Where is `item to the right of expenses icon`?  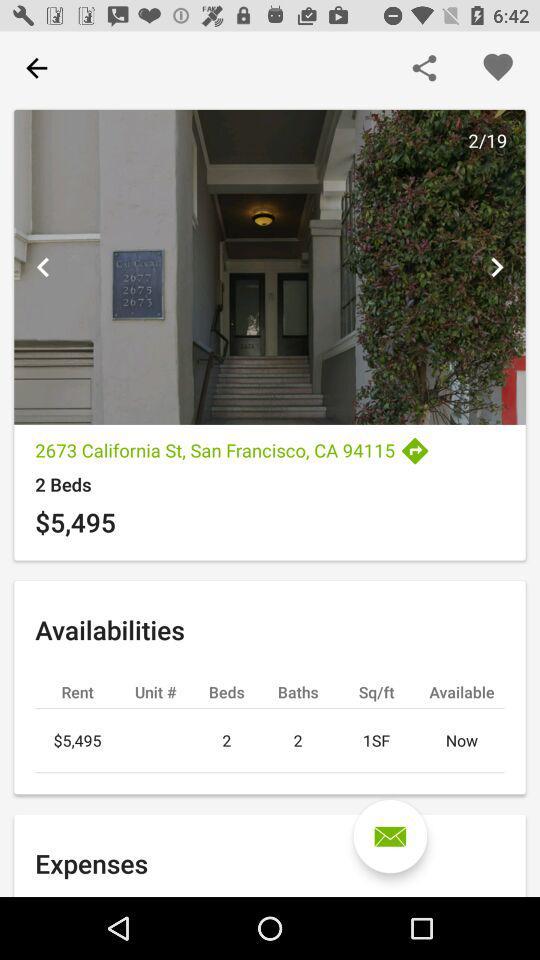
item to the right of expenses icon is located at coordinates (390, 836).